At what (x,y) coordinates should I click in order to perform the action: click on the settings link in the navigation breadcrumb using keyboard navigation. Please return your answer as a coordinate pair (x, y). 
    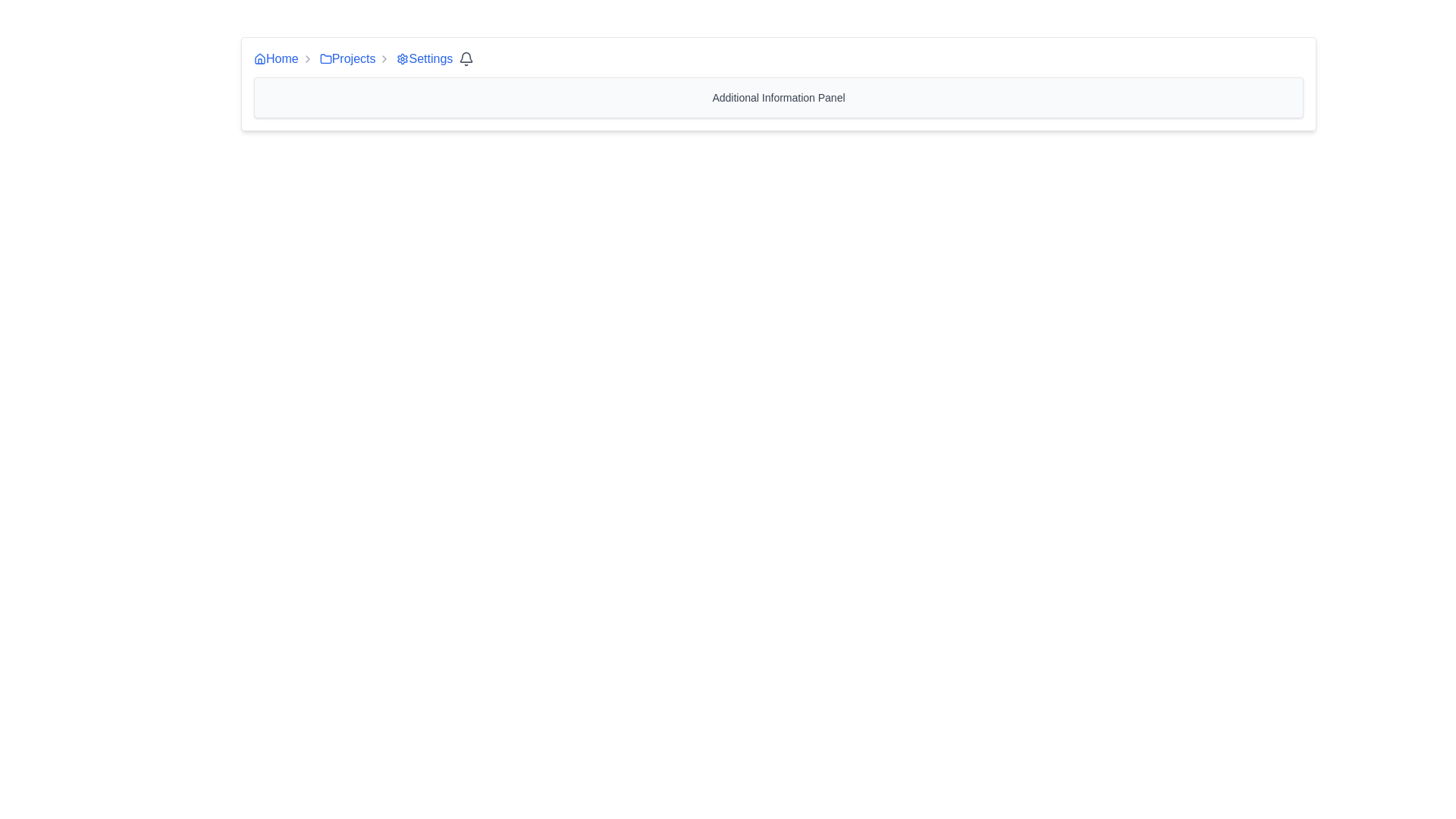
    Looking at the image, I should click on (425, 58).